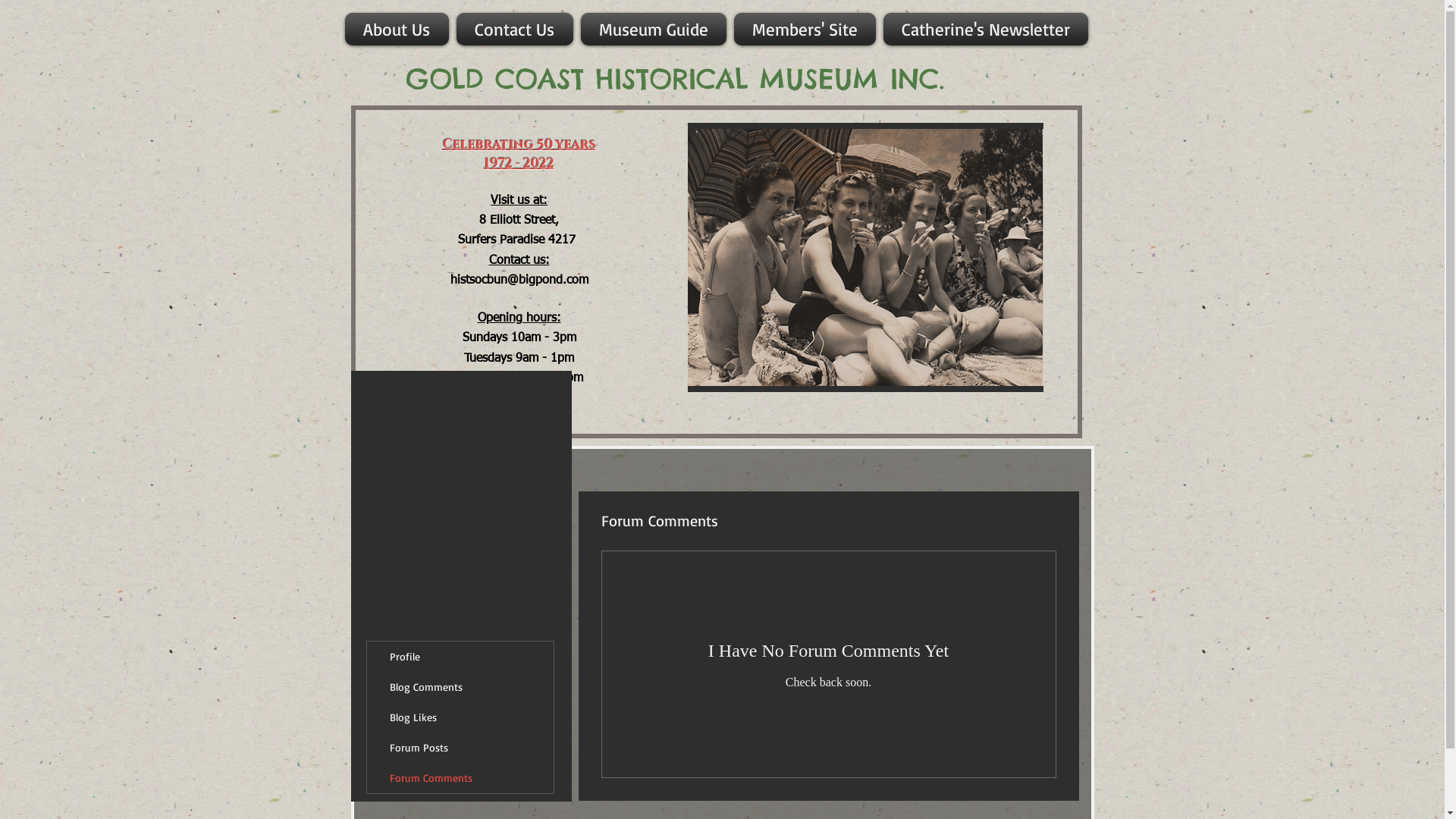  Describe the element at coordinates (459, 717) in the screenshot. I see `'Blog Likes'` at that location.